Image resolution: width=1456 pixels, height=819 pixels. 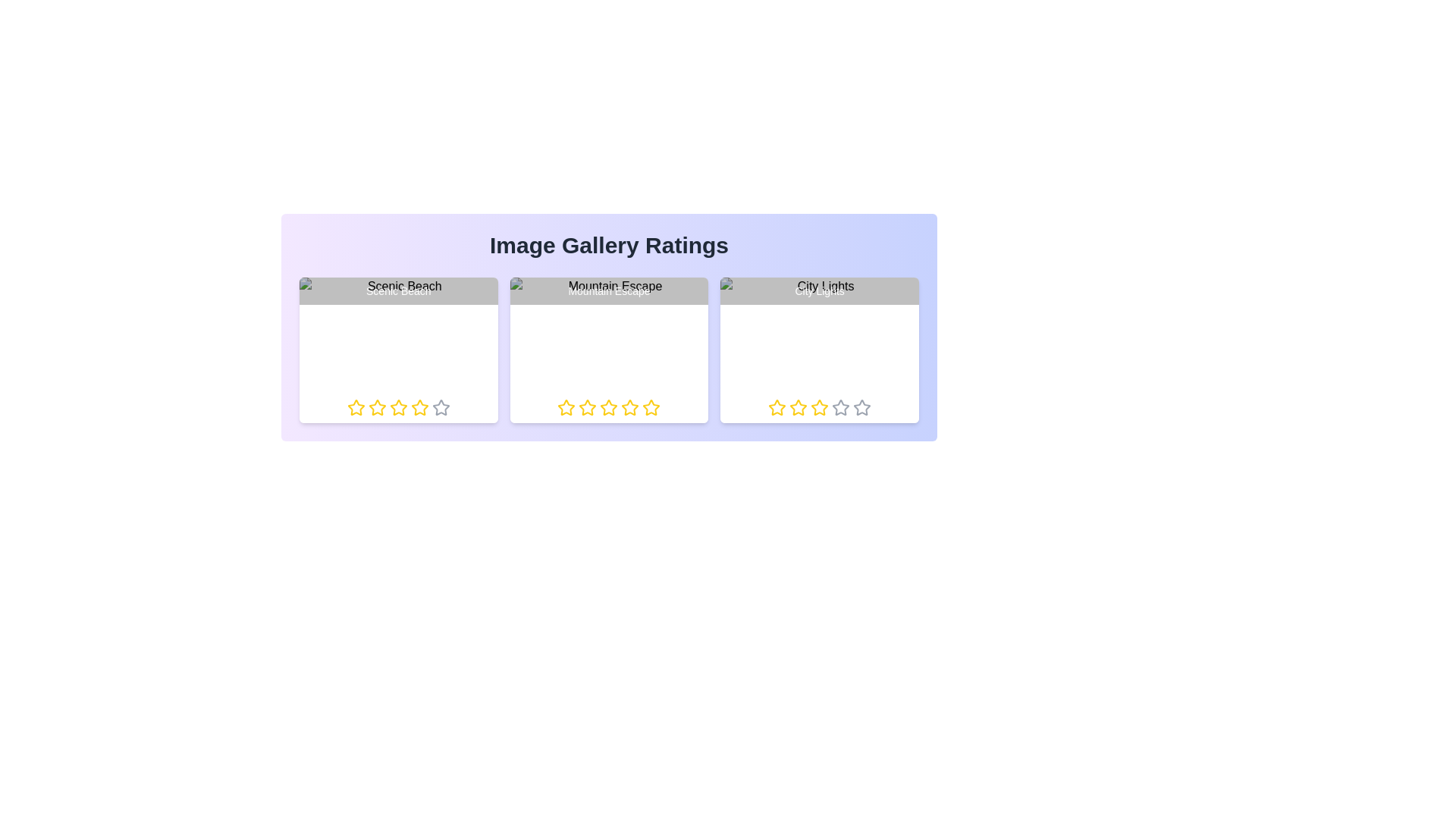 I want to click on the rating for the image titled 'Mountain Escape' to 2 stars, so click(x=578, y=406).